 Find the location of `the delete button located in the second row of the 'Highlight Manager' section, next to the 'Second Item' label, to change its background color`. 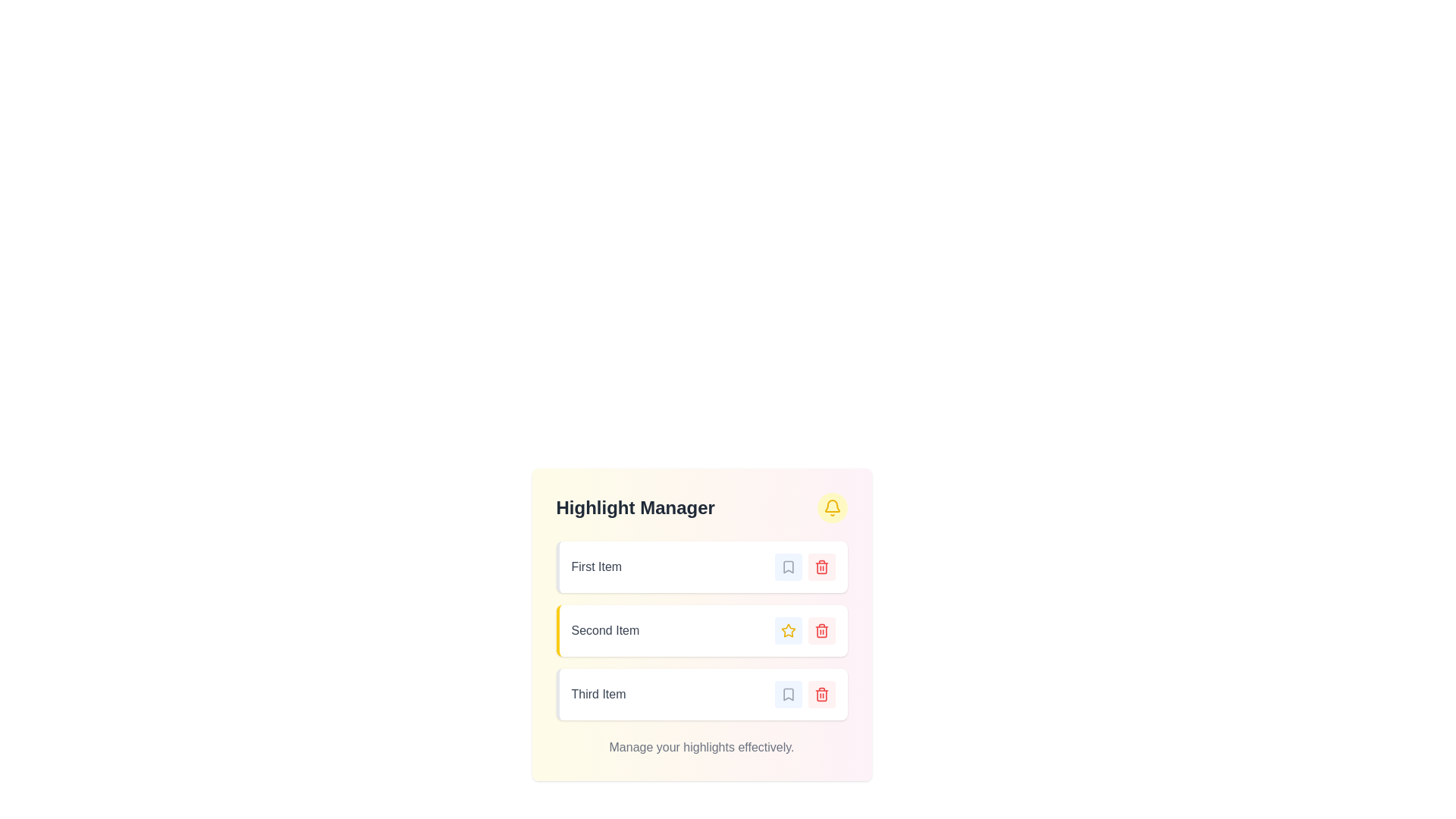

the delete button located in the second row of the 'Highlight Manager' section, next to the 'Second Item' label, to change its background color is located at coordinates (821, 631).